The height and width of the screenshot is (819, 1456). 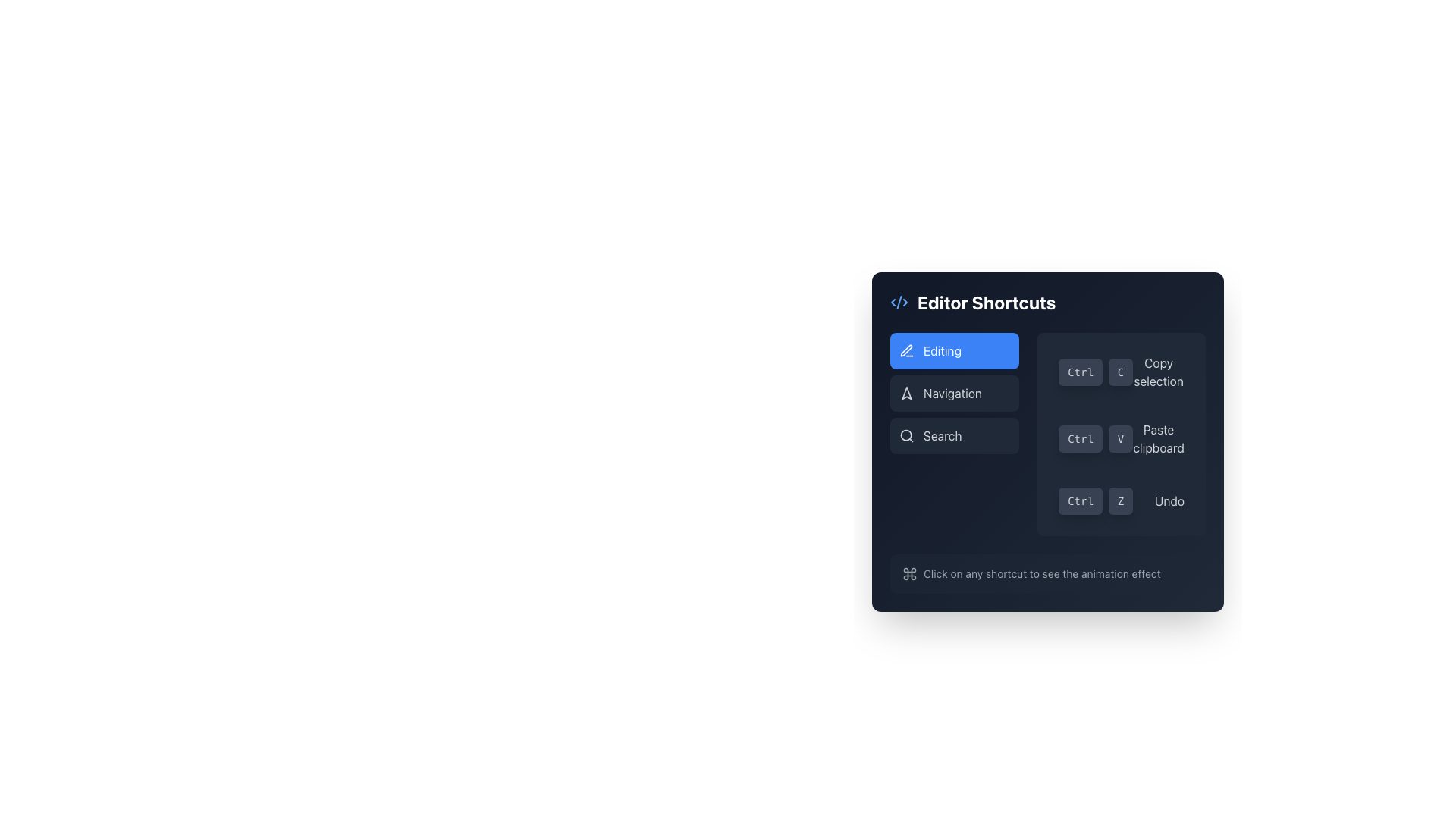 What do you see at coordinates (942, 435) in the screenshot?
I see `the 'Search' button with light gray text on a dark gray background located within the 'Editor Shortcuts' sidebar` at bounding box center [942, 435].